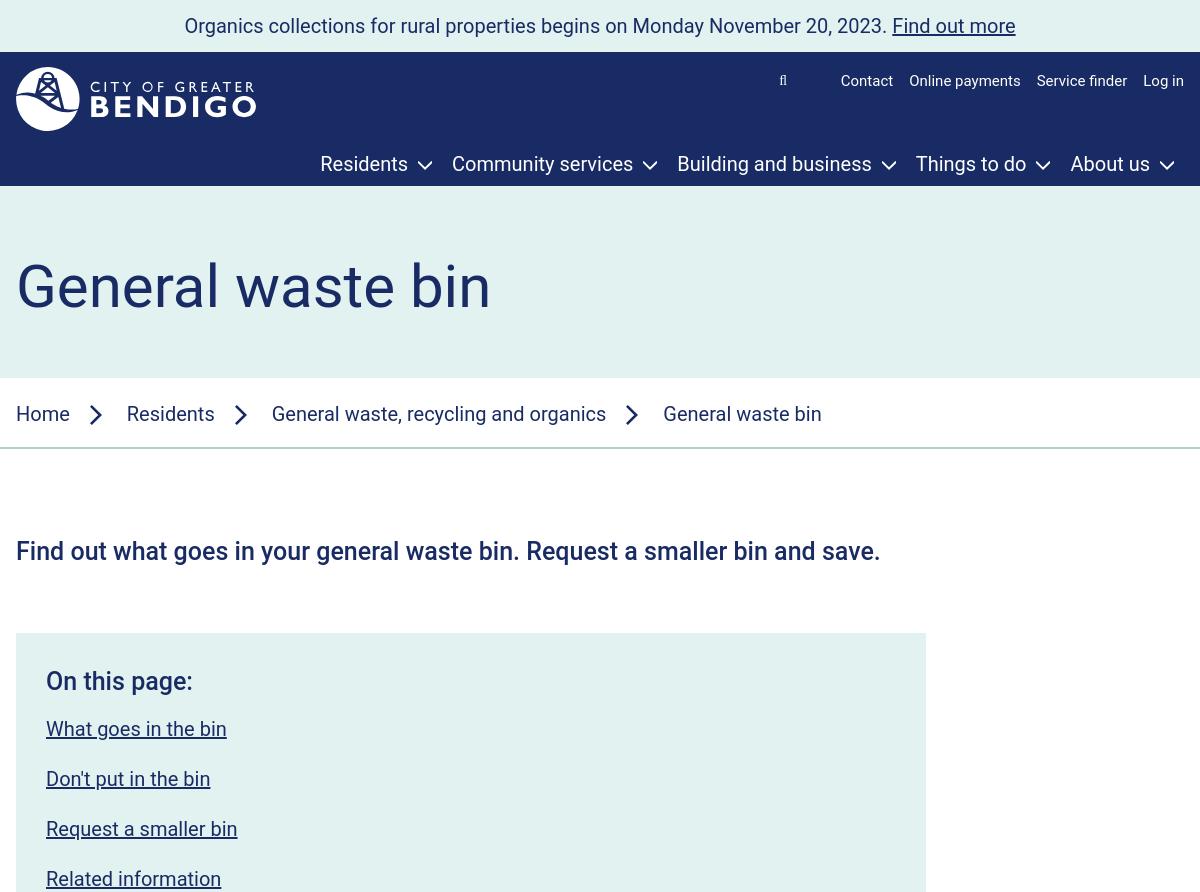  Describe the element at coordinates (438, 411) in the screenshot. I see `'General waste, recycling and organics'` at that location.